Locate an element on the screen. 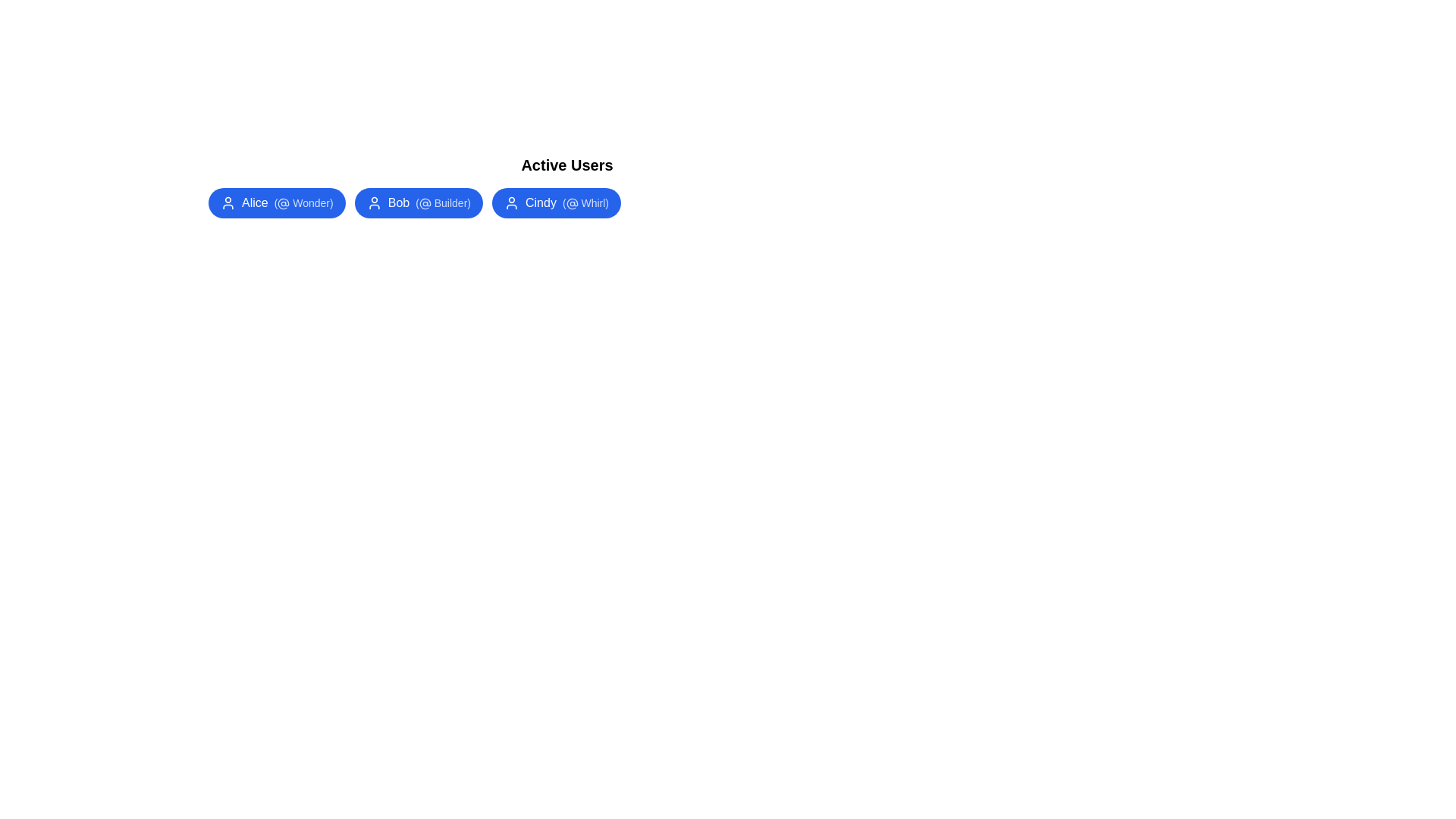 This screenshot has width=1456, height=819. the user chip labeled Cindy is located at coordinates (556, 202).